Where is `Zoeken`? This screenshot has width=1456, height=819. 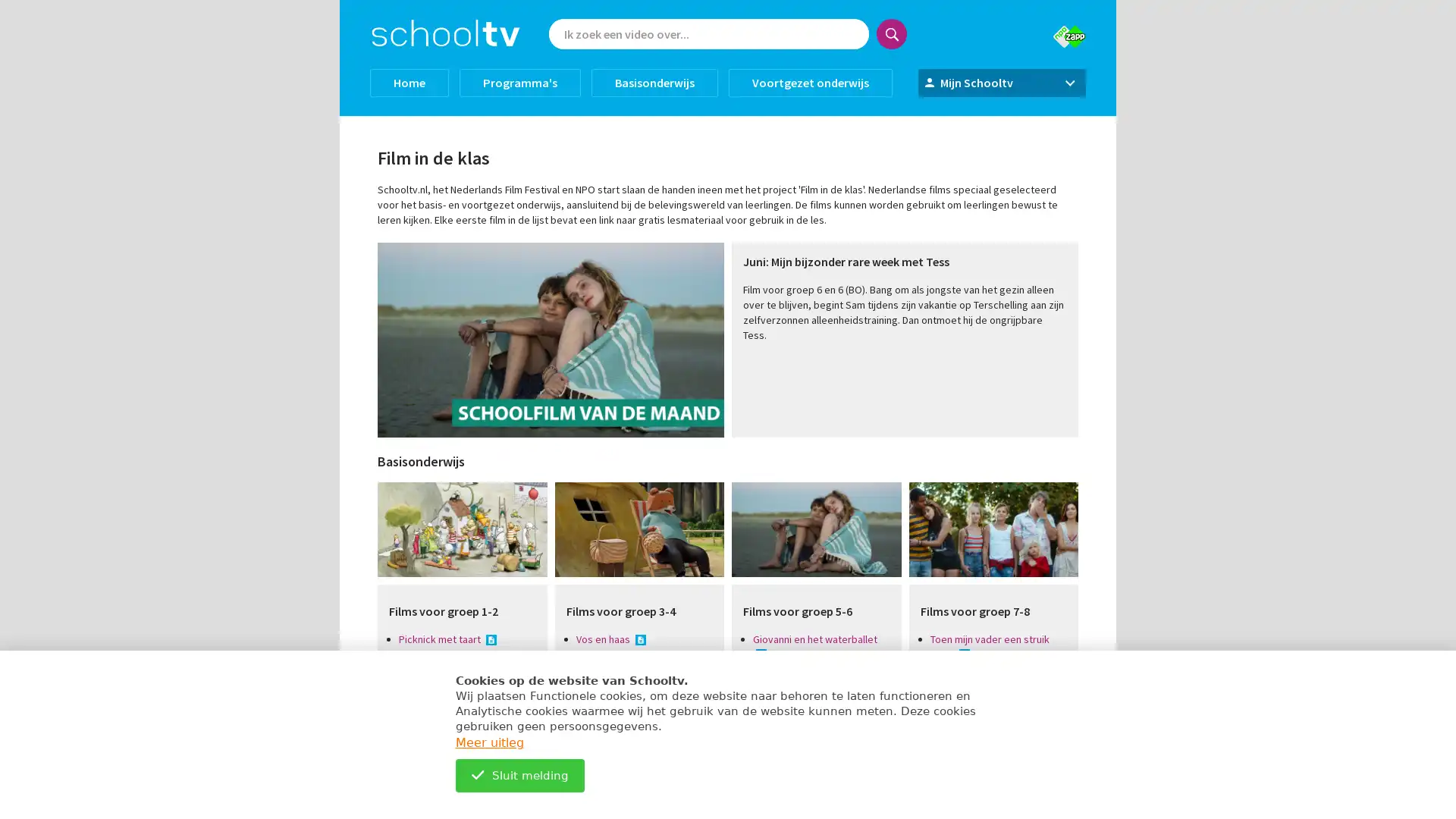 Zoeken is located at coordinates (892, 34).